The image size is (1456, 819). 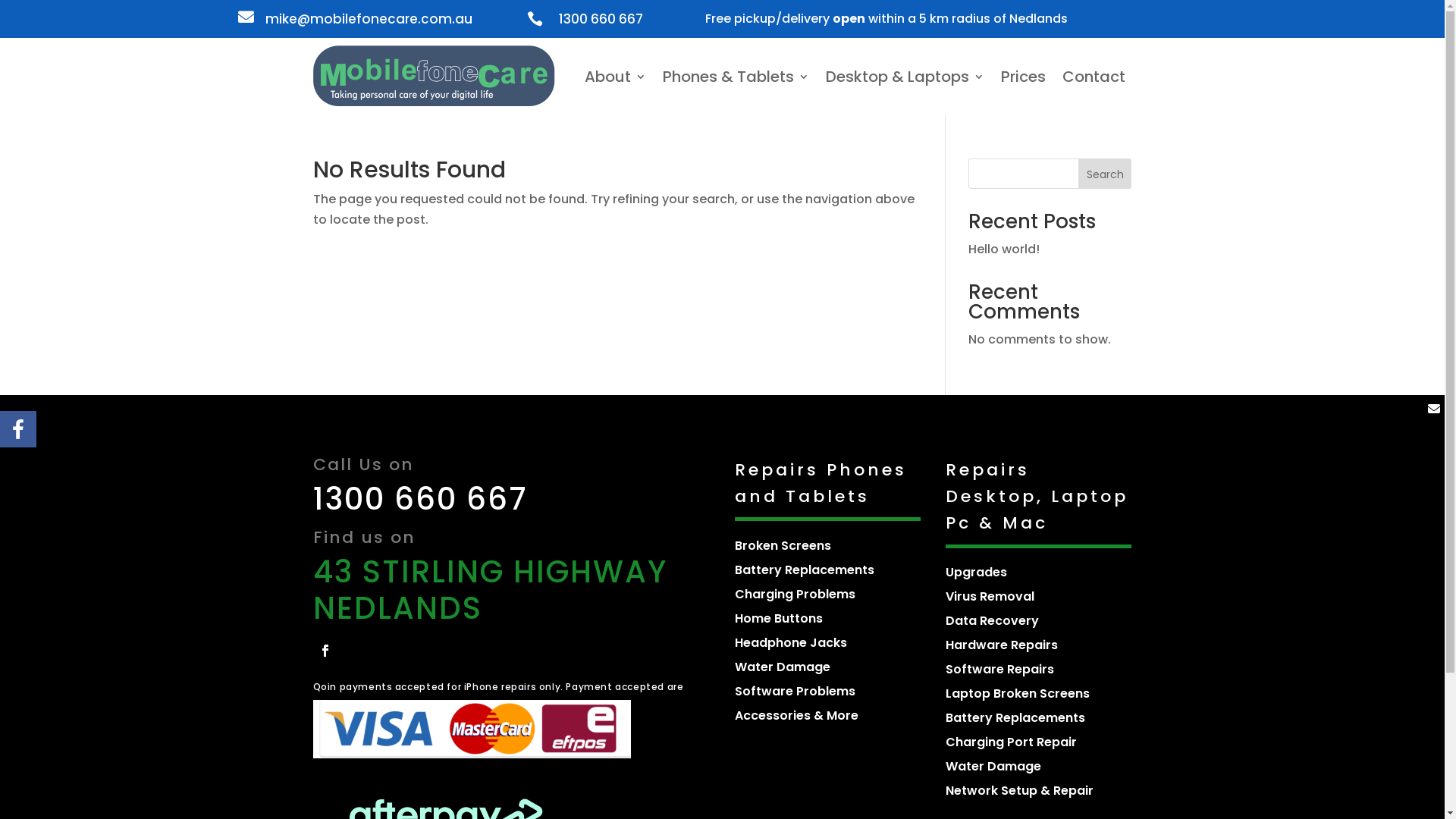 I want to click on 'Headphone Jacks', so click(x=789, y=642).